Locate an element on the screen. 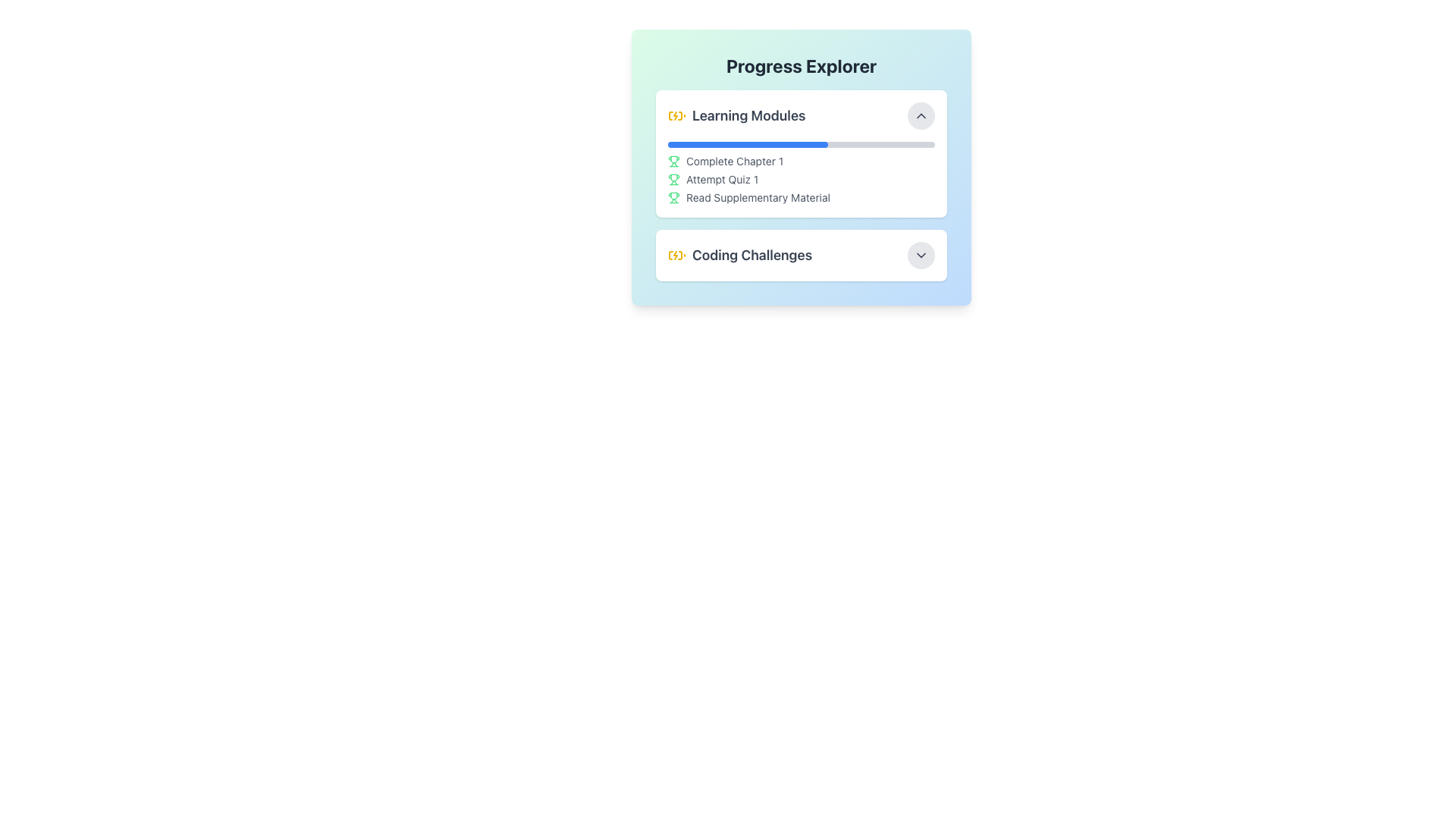  the 'Coding Challenges' list item within the collapsible menu is located at coordinates (800, 254).